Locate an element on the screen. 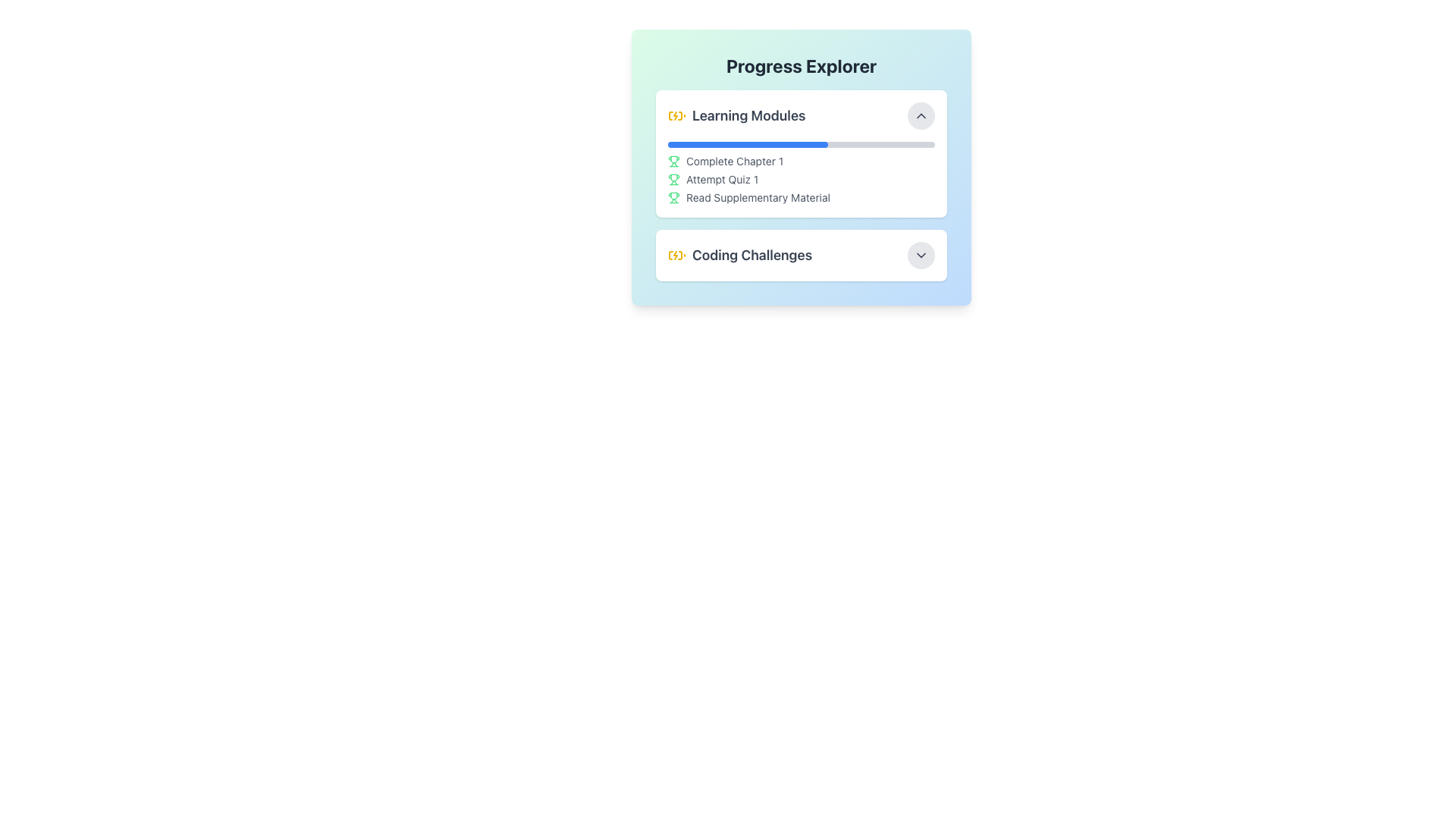  the 'Coding Challenges' list item within the collapsible menu is located at coordinates (800, 254).